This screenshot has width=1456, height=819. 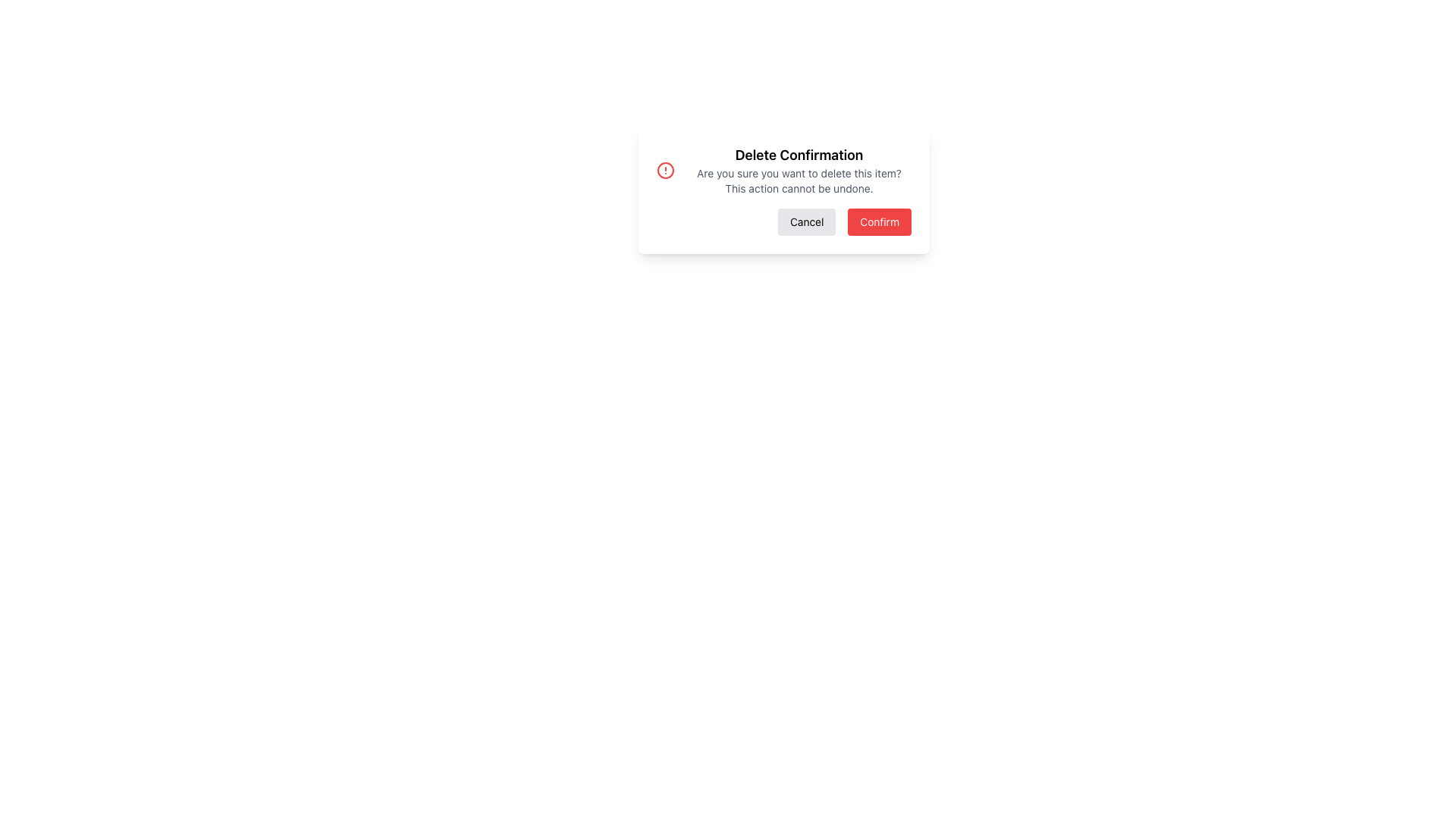 I want to click on the decorative graphic circle that serves as a visual indicator for alerts in the upper-left section of the modal dialog titled 'Delete Confirmation', so click(x=666, y=170).